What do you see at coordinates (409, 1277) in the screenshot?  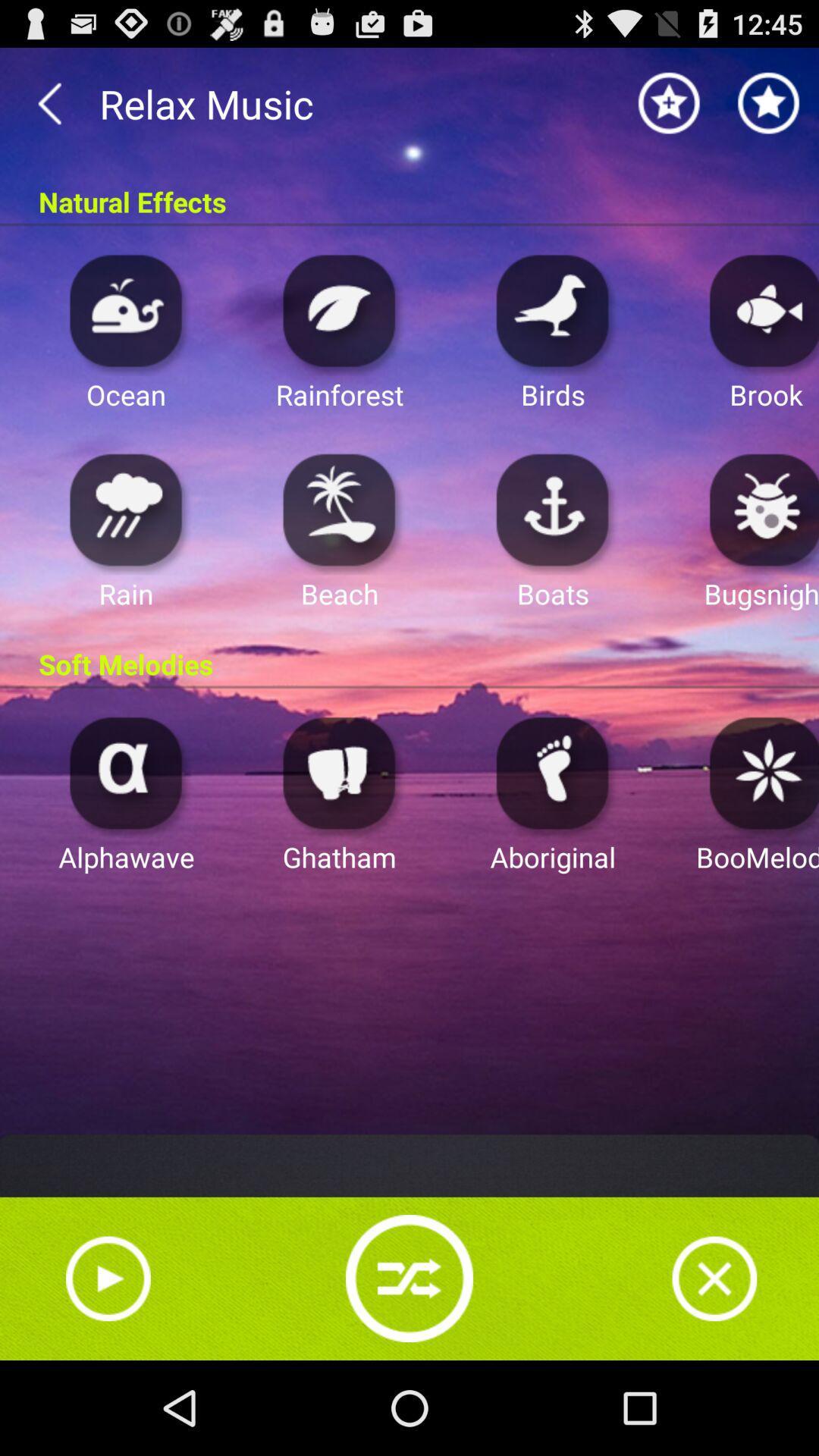 I see `refresh` at bounding box center [409, 1277].